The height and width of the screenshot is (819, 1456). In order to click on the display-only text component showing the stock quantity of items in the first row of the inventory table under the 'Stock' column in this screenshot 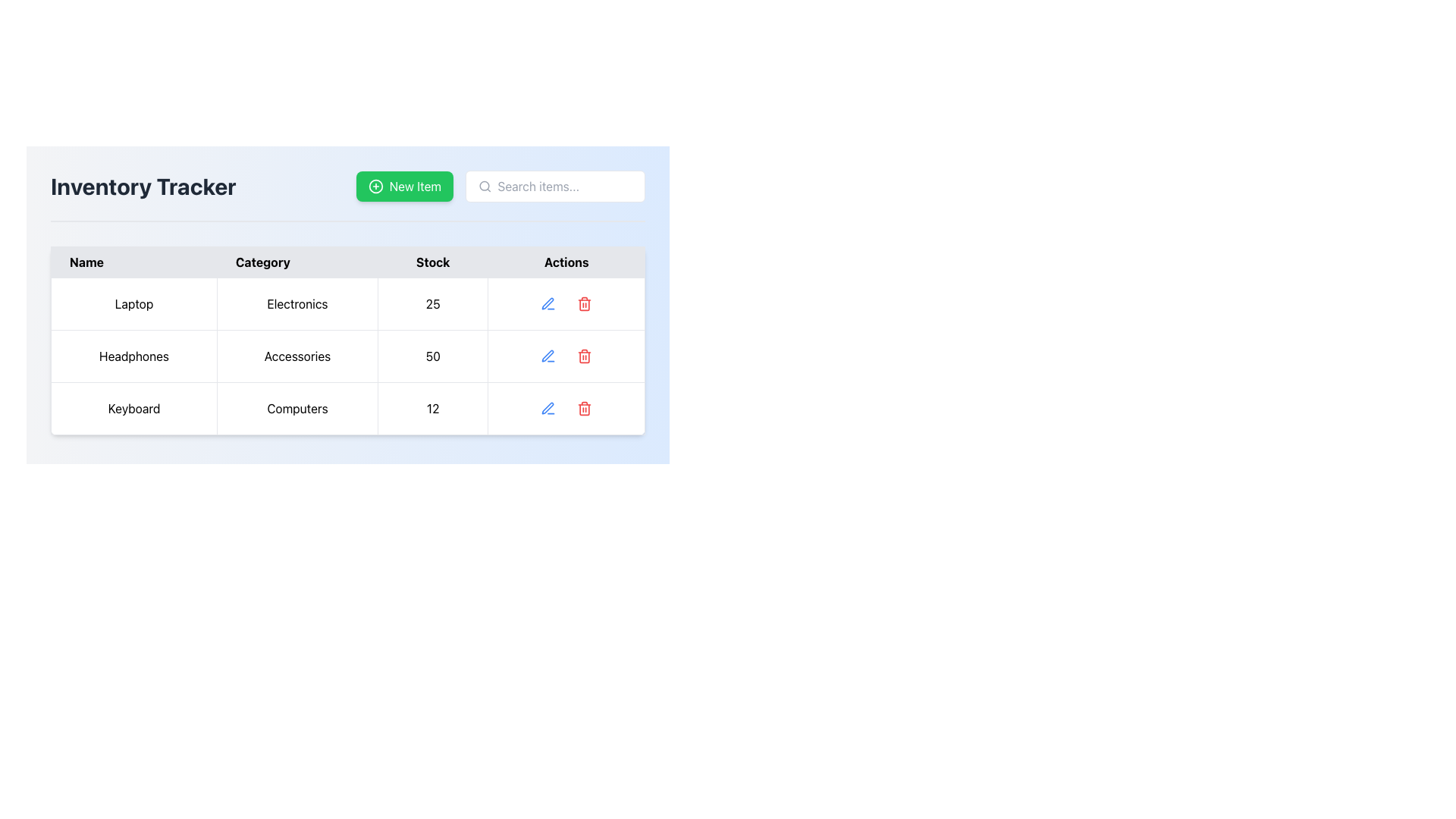, I will do `click(432, 304)`.